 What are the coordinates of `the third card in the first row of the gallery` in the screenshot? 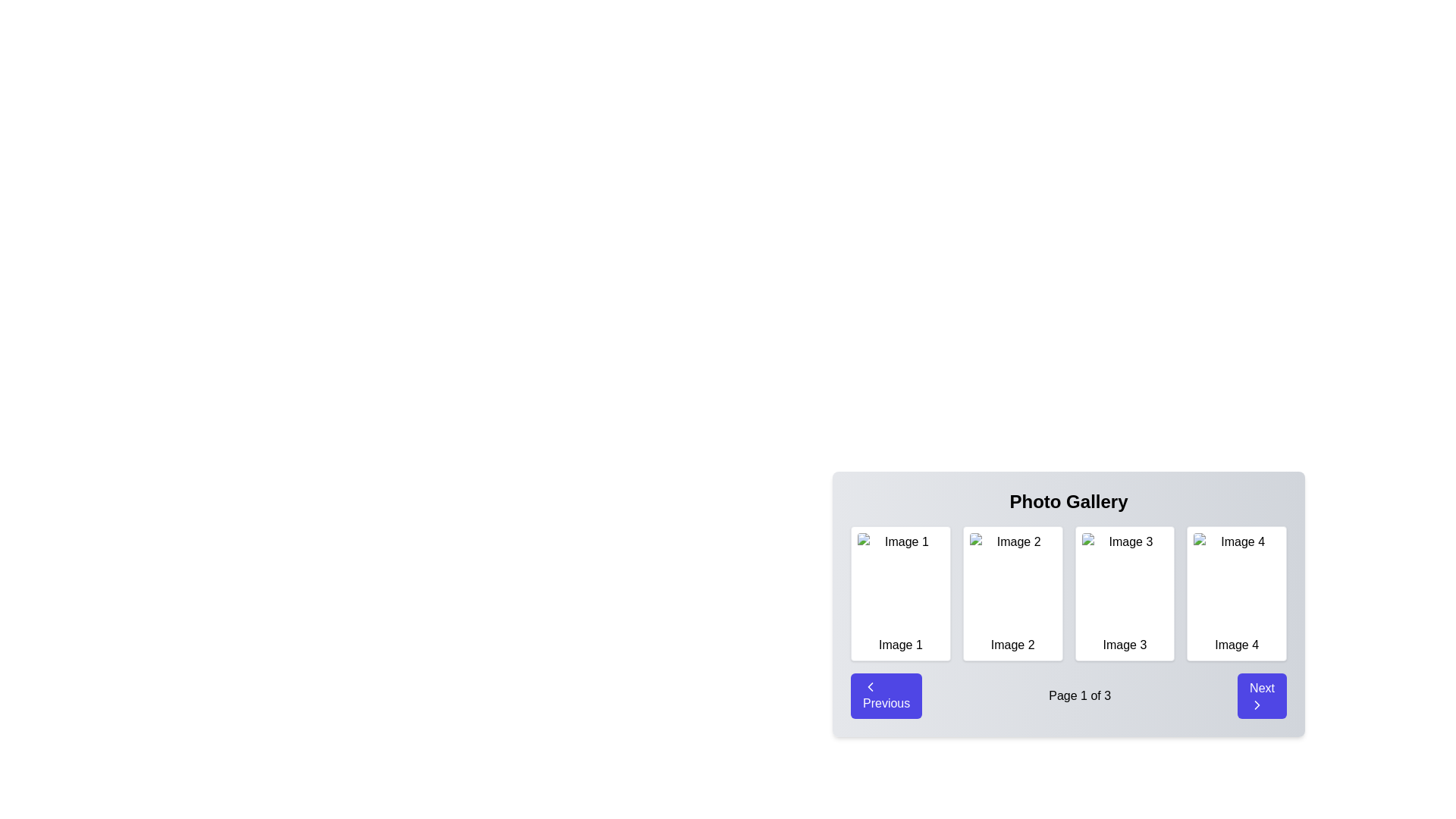 It's located at (1125, 593).